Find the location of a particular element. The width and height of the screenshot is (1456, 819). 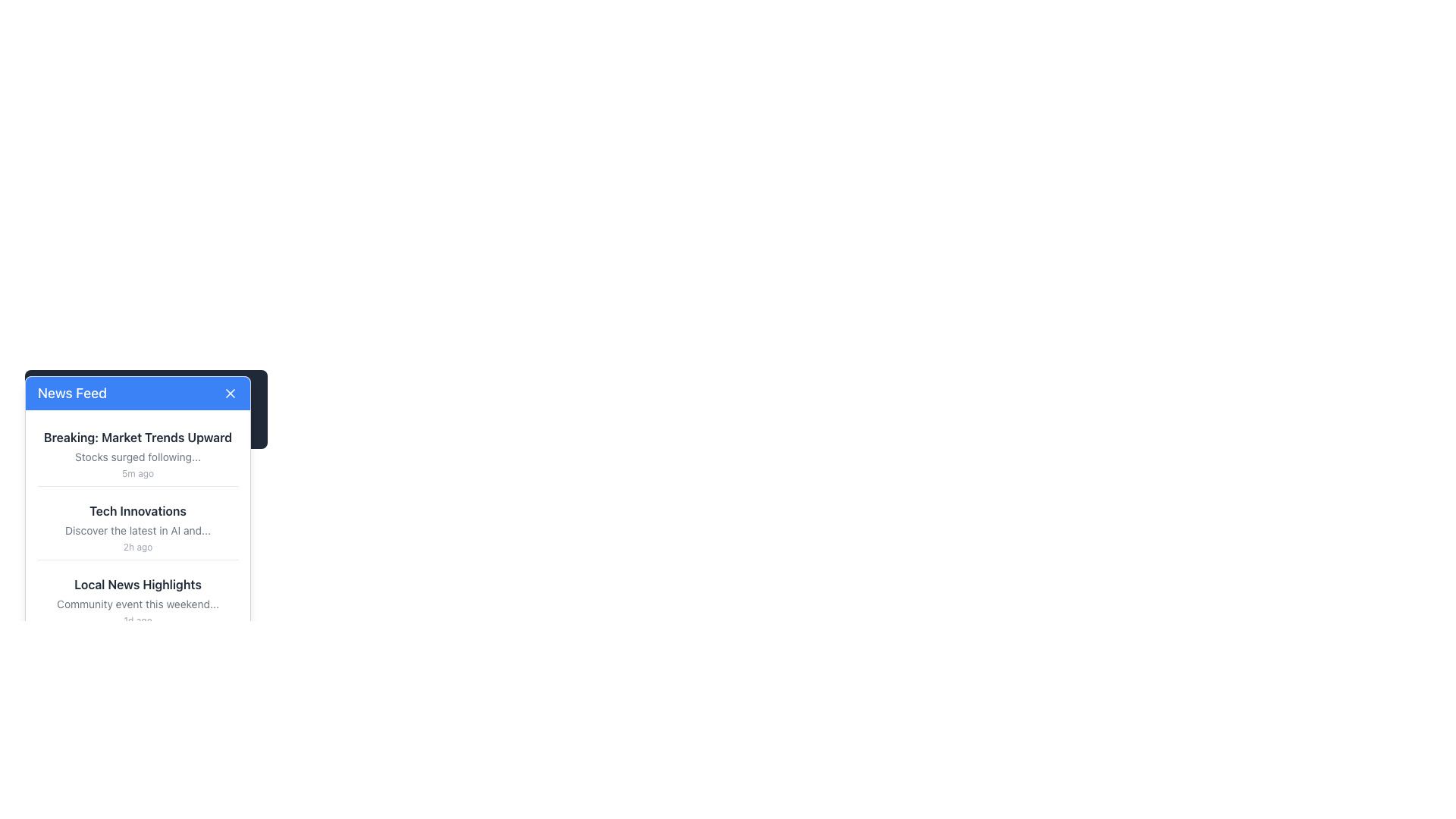

the text element that provides a brief description or preview of a news item, located below the 'Local News Highlights' title and above the timestamp '1d ago' is located at coordinates (138, 604).